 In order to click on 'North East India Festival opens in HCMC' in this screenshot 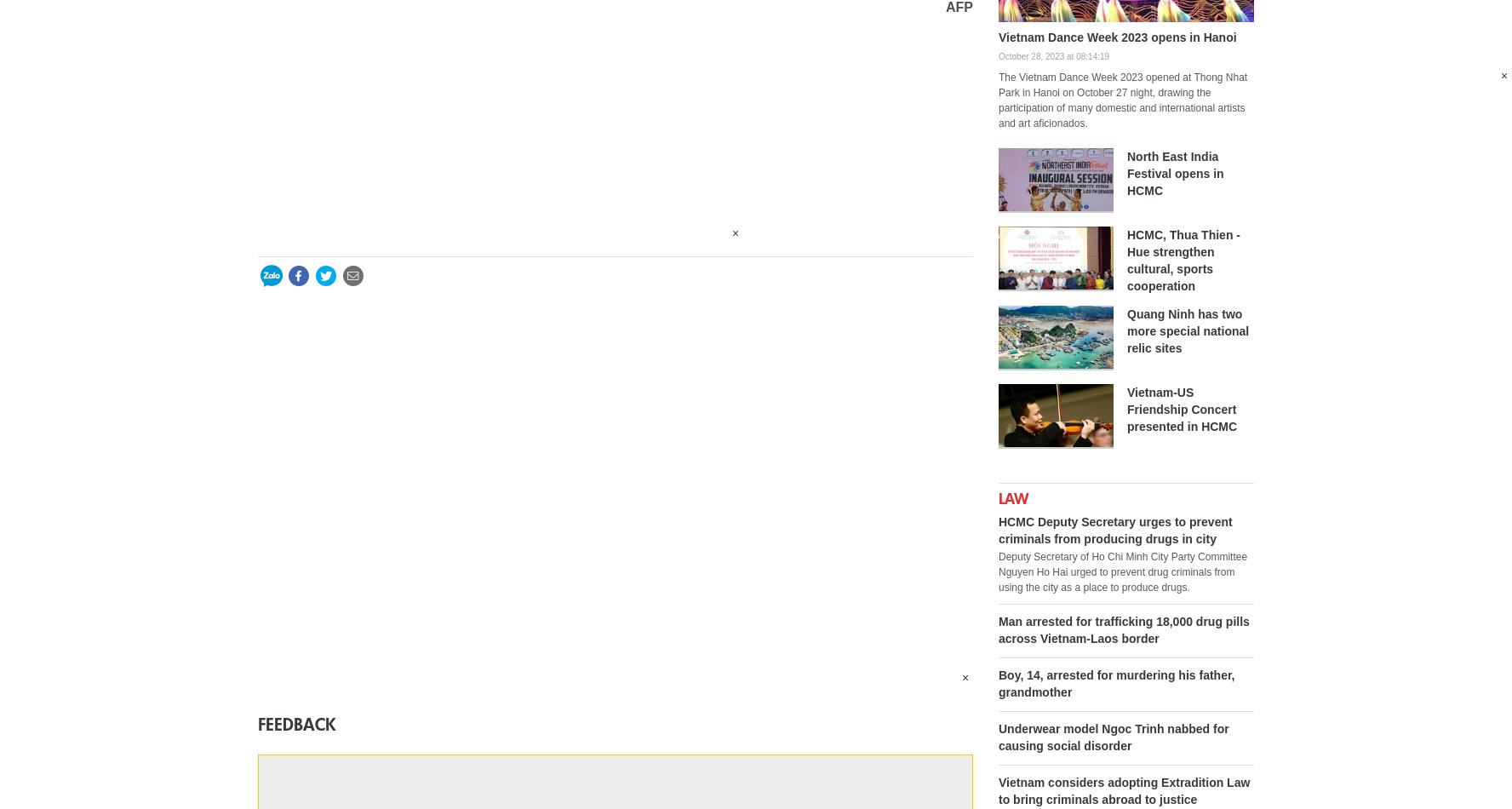, I will do `click(1174, 173)`.